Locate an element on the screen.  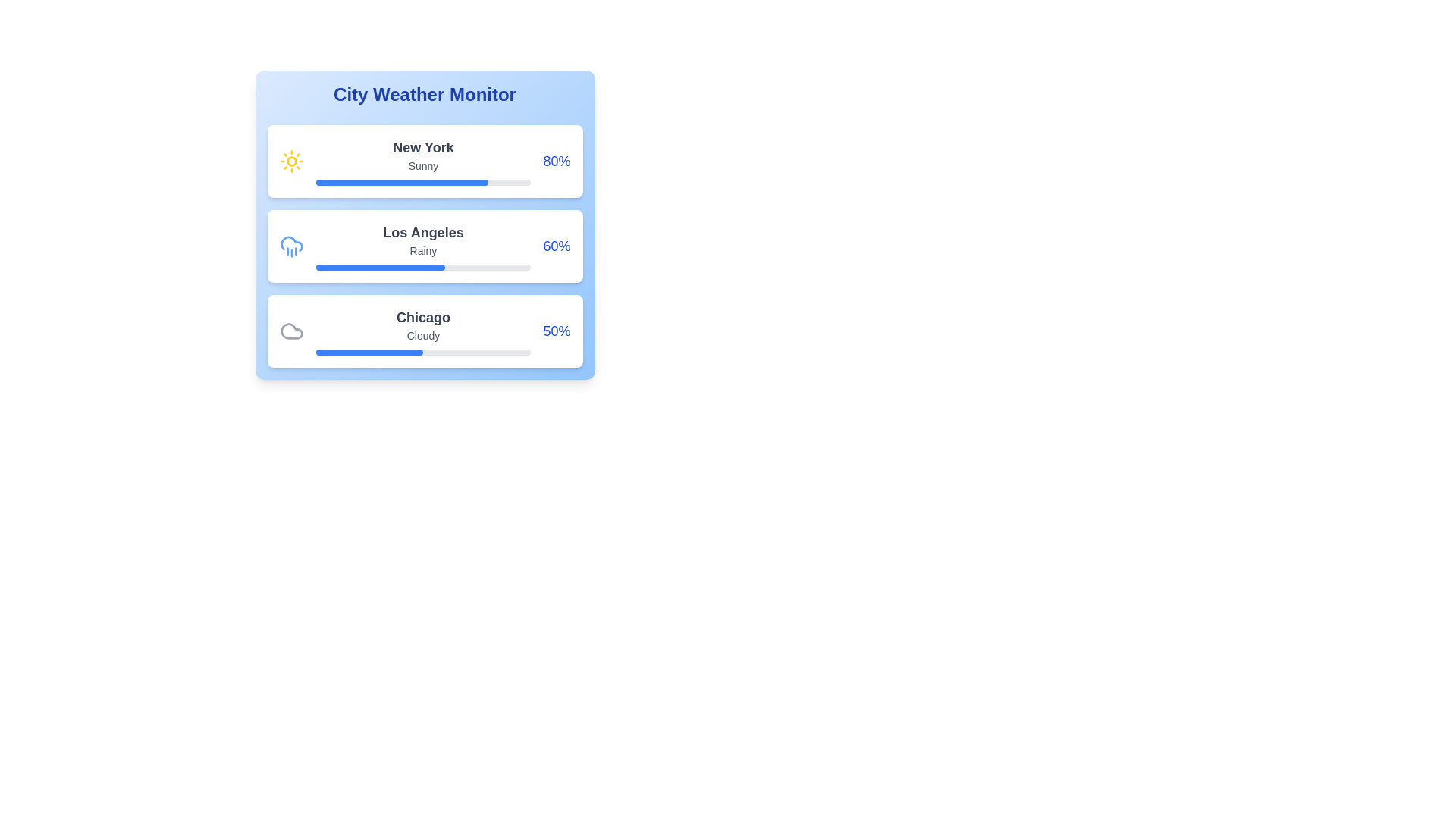
the static text element displaying 'New York', which is centrally positioned above the text 'Sunny' in the top weather information panel is located at coordinates (423, 148).